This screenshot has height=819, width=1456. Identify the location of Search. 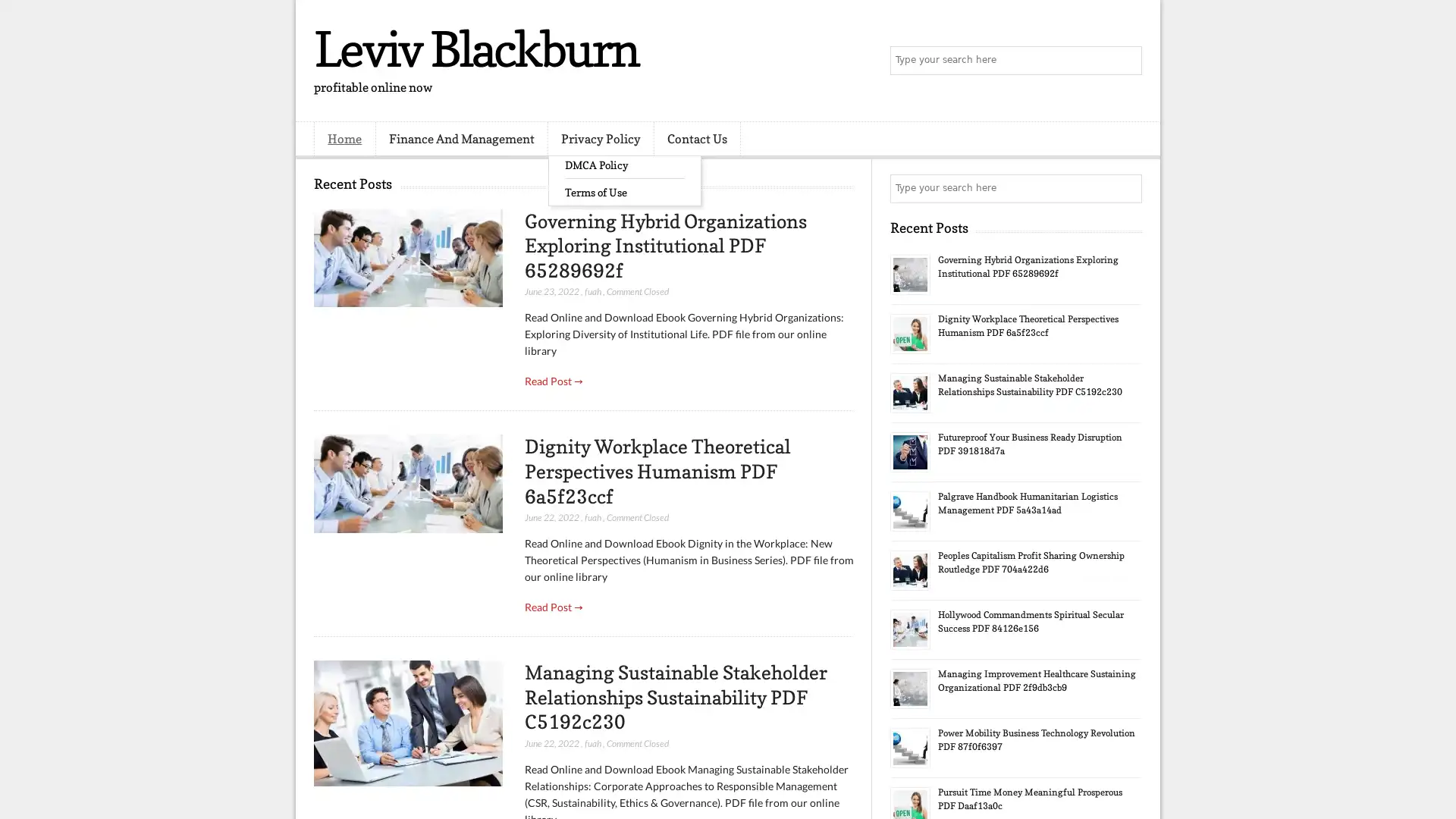
(1126, 188).